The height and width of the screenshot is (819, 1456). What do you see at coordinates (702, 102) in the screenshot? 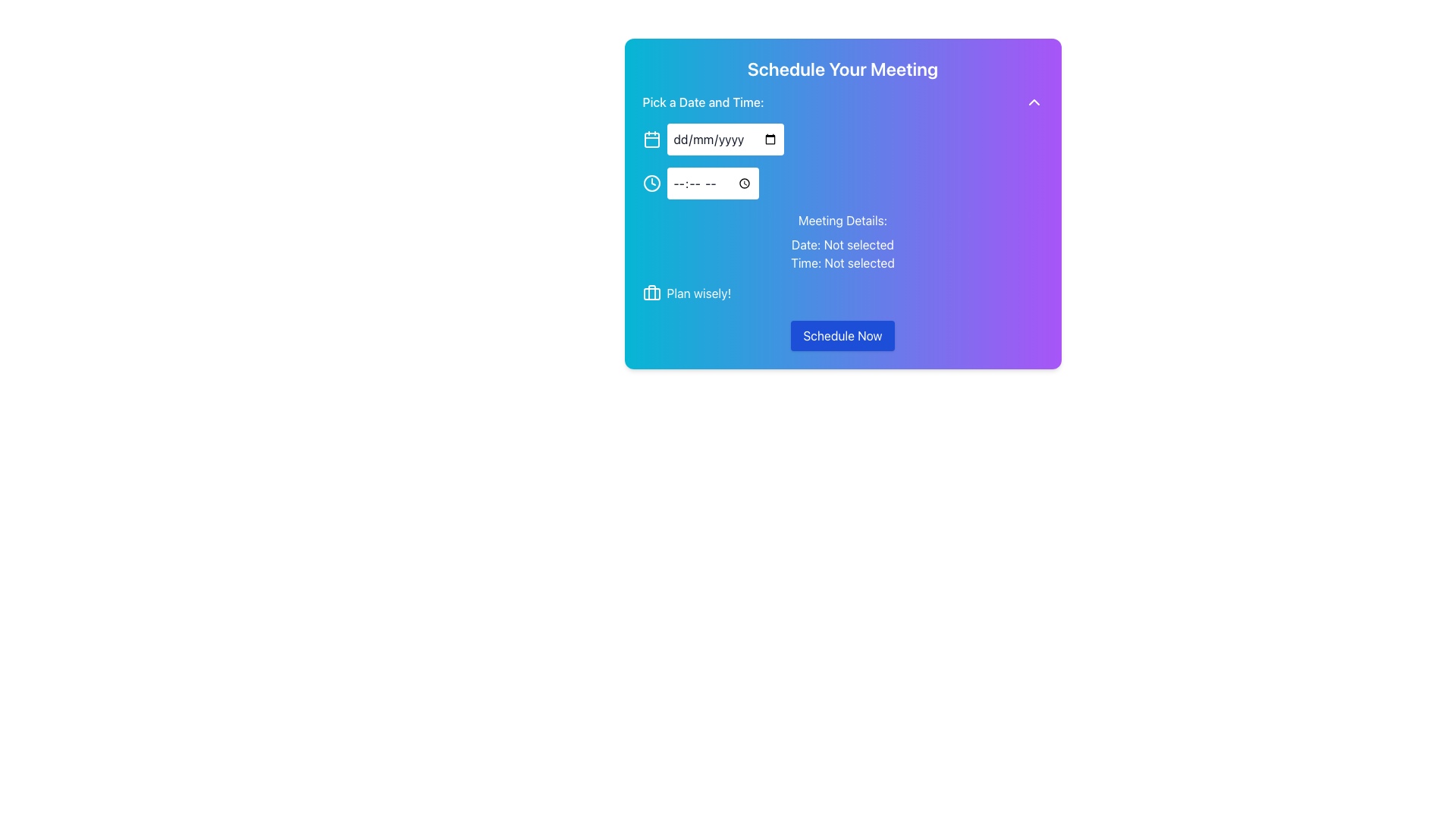
I see `the text label that reads 'Pick a Date and Time:' which is styled with a medium font weight and is located in the top left corner of the 'Schedule Your Meeting' card` at bounding box center [702, 102].